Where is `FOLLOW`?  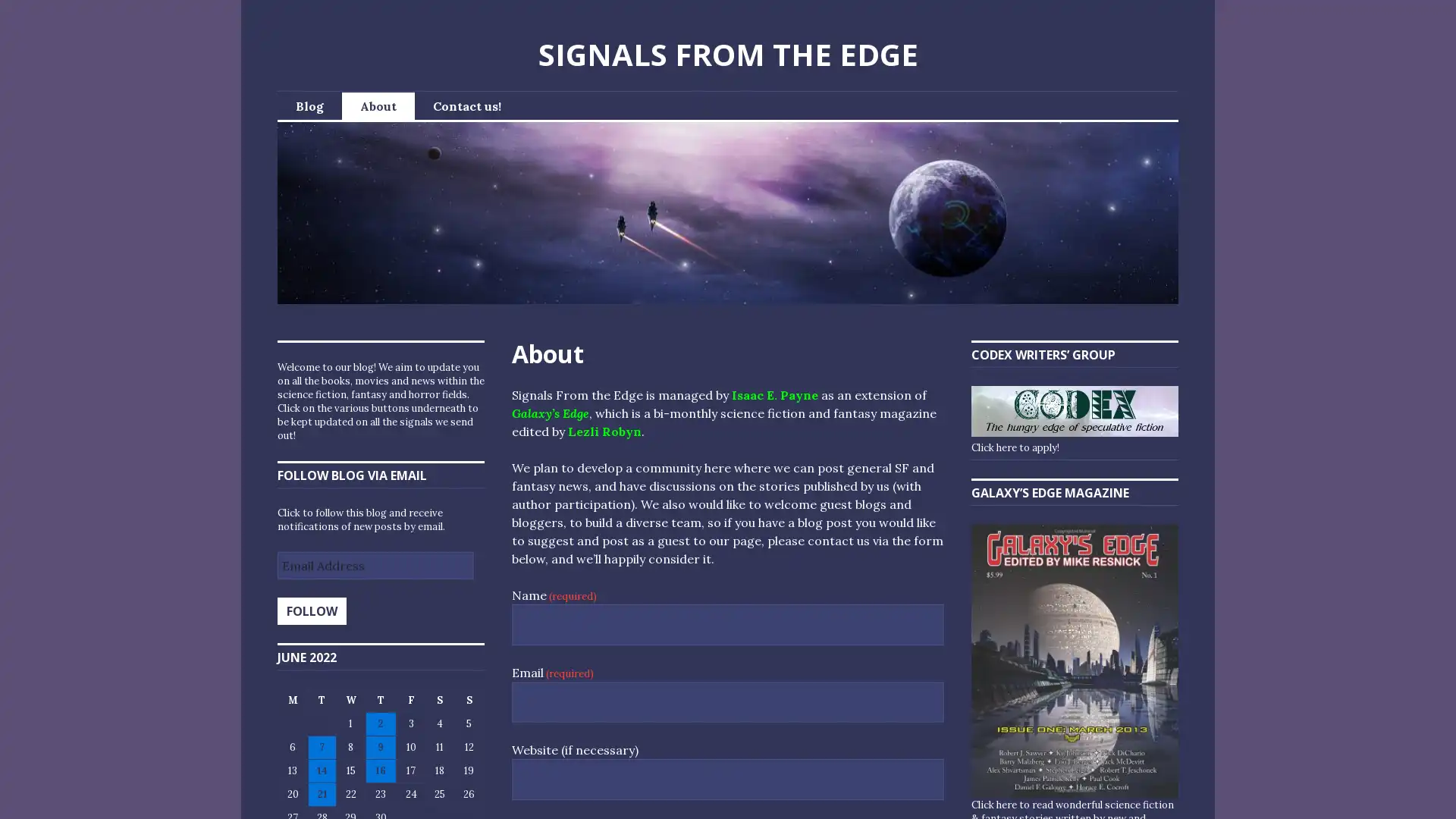
FOLLOW is located at coordinates (311, 610).